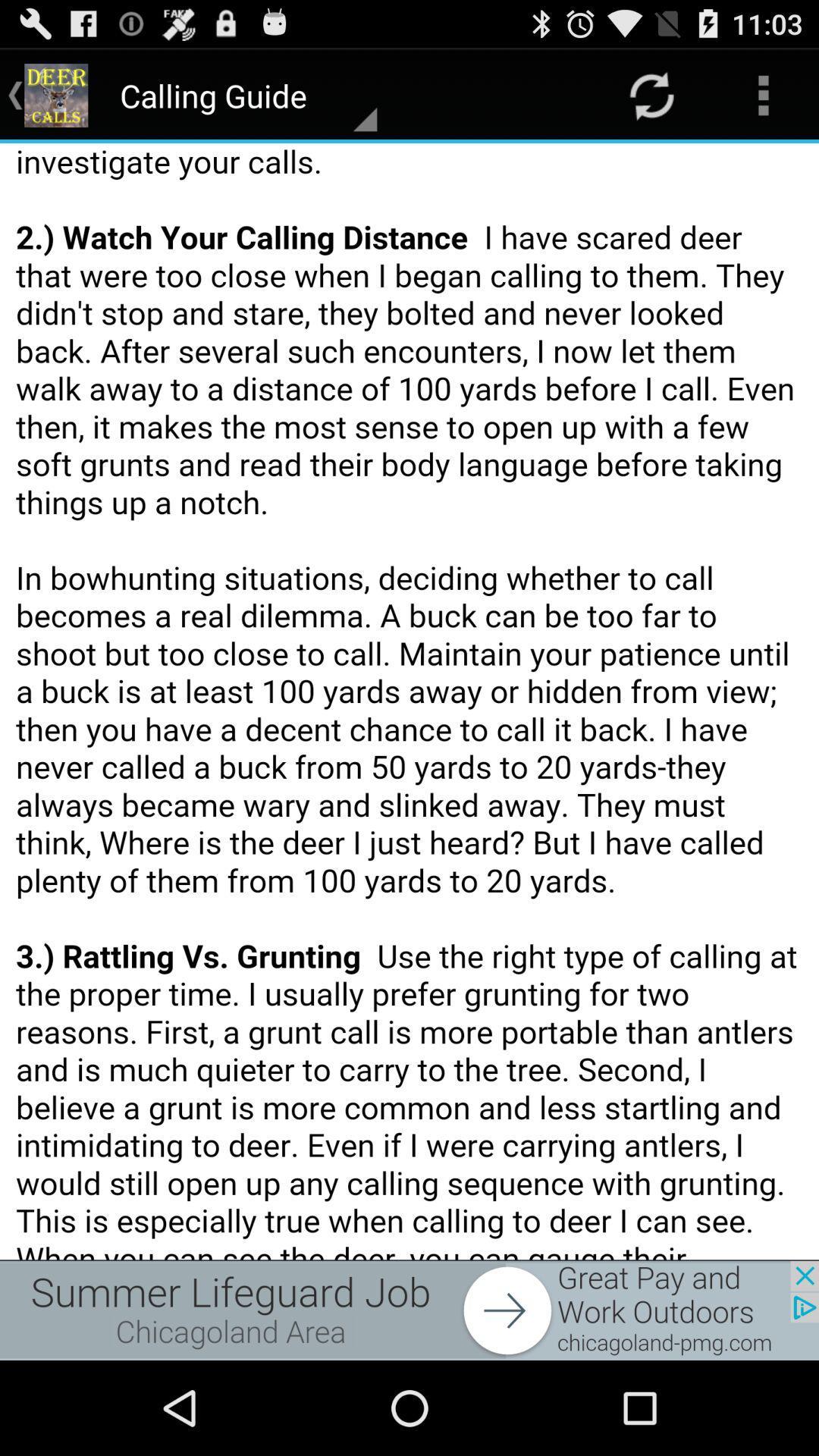 The height and width of the screenshot is (1456, 819). I want to click on colour pinter, so click(409, 701).